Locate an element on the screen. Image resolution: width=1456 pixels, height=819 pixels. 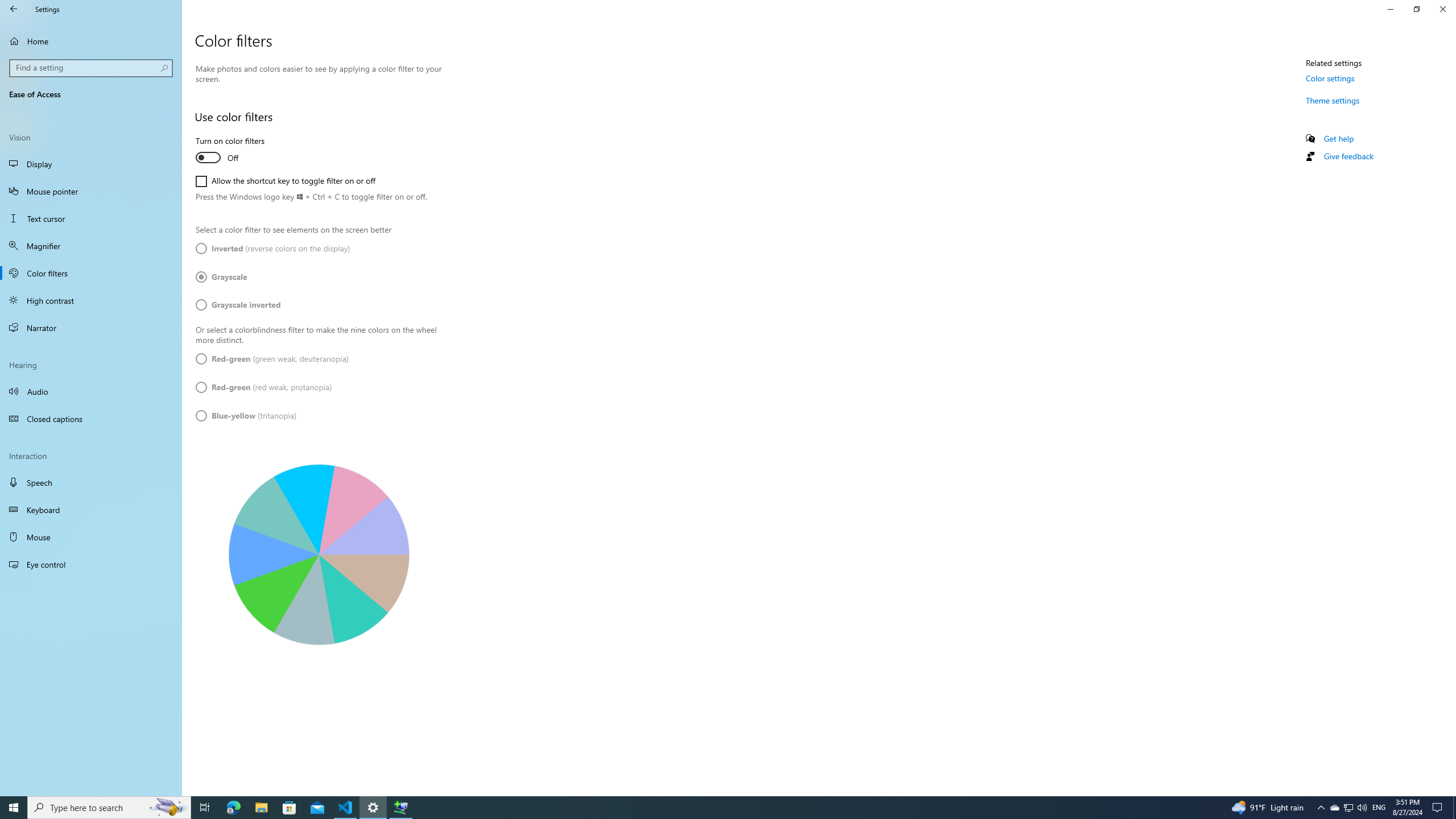
'Inverted (reverse colors on the display)' is located at coordinates (273, 248).